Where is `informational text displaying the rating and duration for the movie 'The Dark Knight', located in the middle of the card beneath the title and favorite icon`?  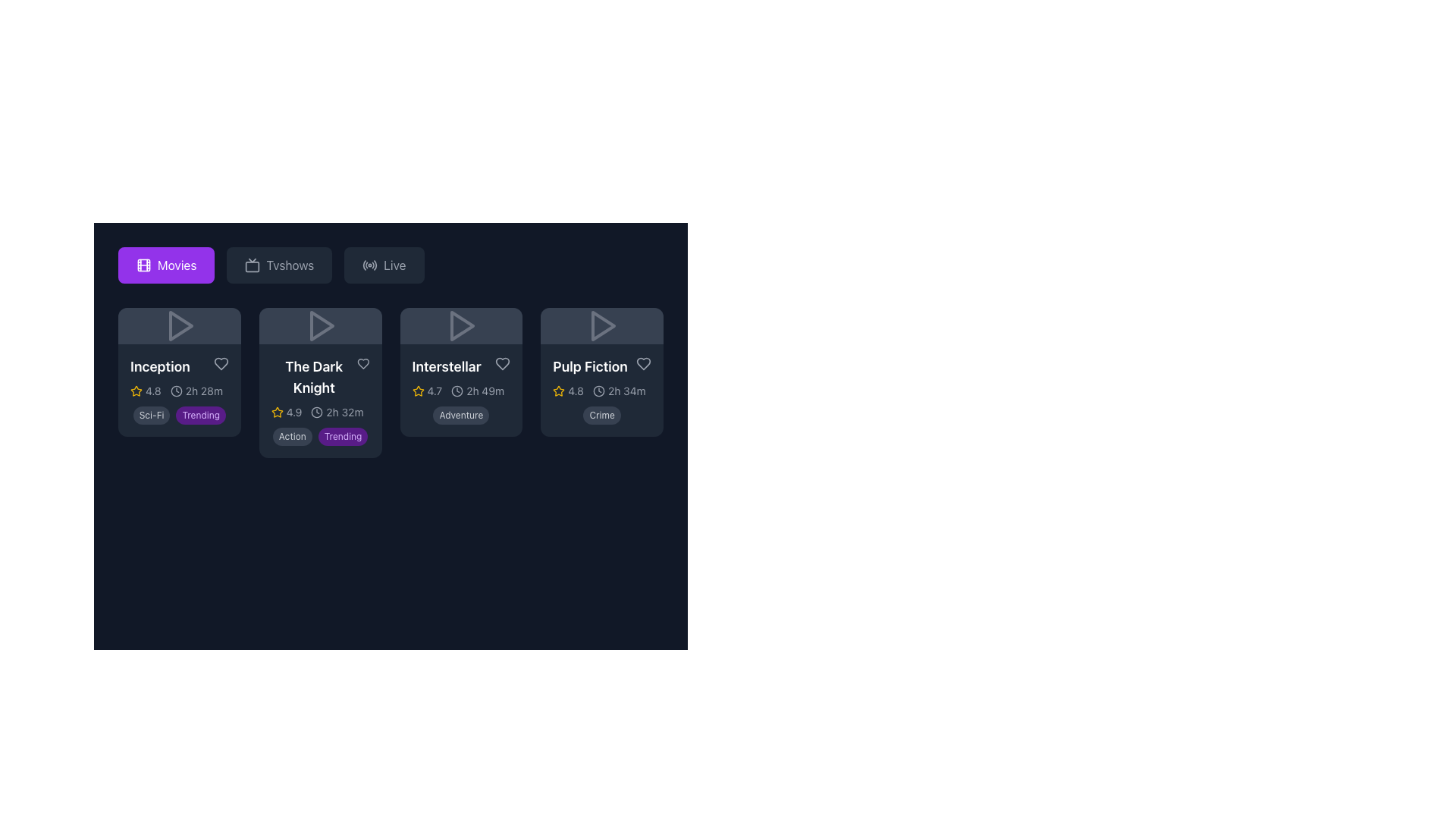 informational text displaying the rating and duration for the movie 'The Dark Knight', located in the middle of the card beneath the title and favorite icon is located at coordinates (319, 412).